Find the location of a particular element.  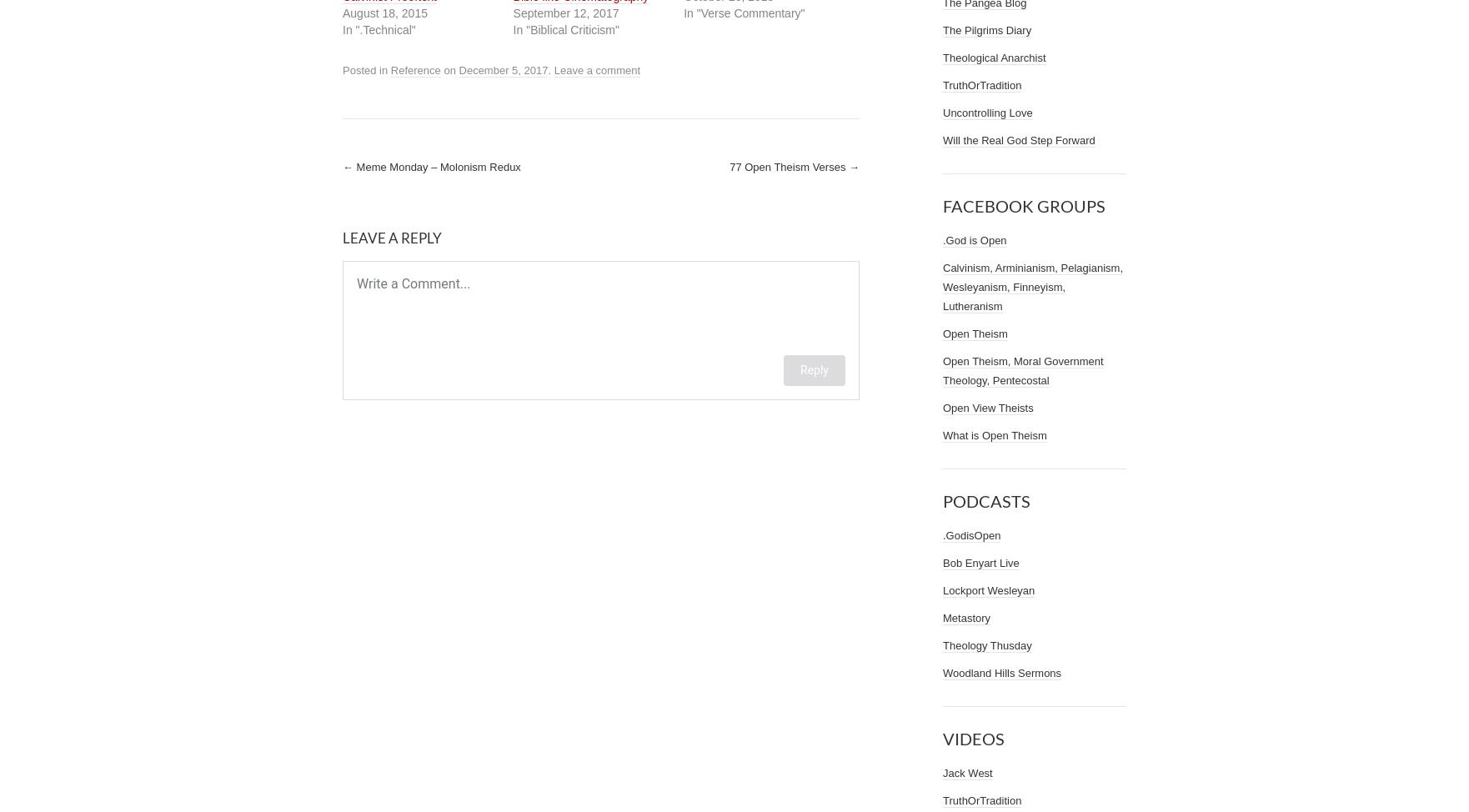

'Facebook Groups' is located at coordinates (1024, 205).